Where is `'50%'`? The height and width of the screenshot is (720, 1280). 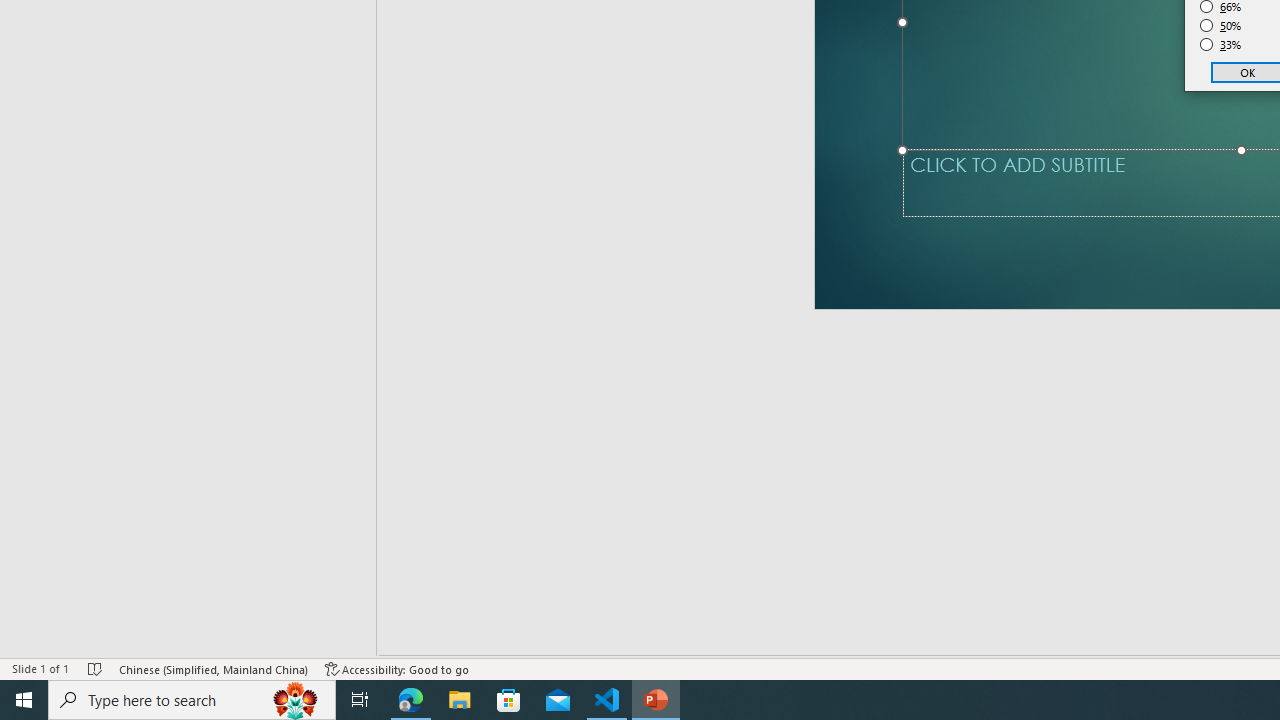 '50%' is located at coordinates (1220, 25).